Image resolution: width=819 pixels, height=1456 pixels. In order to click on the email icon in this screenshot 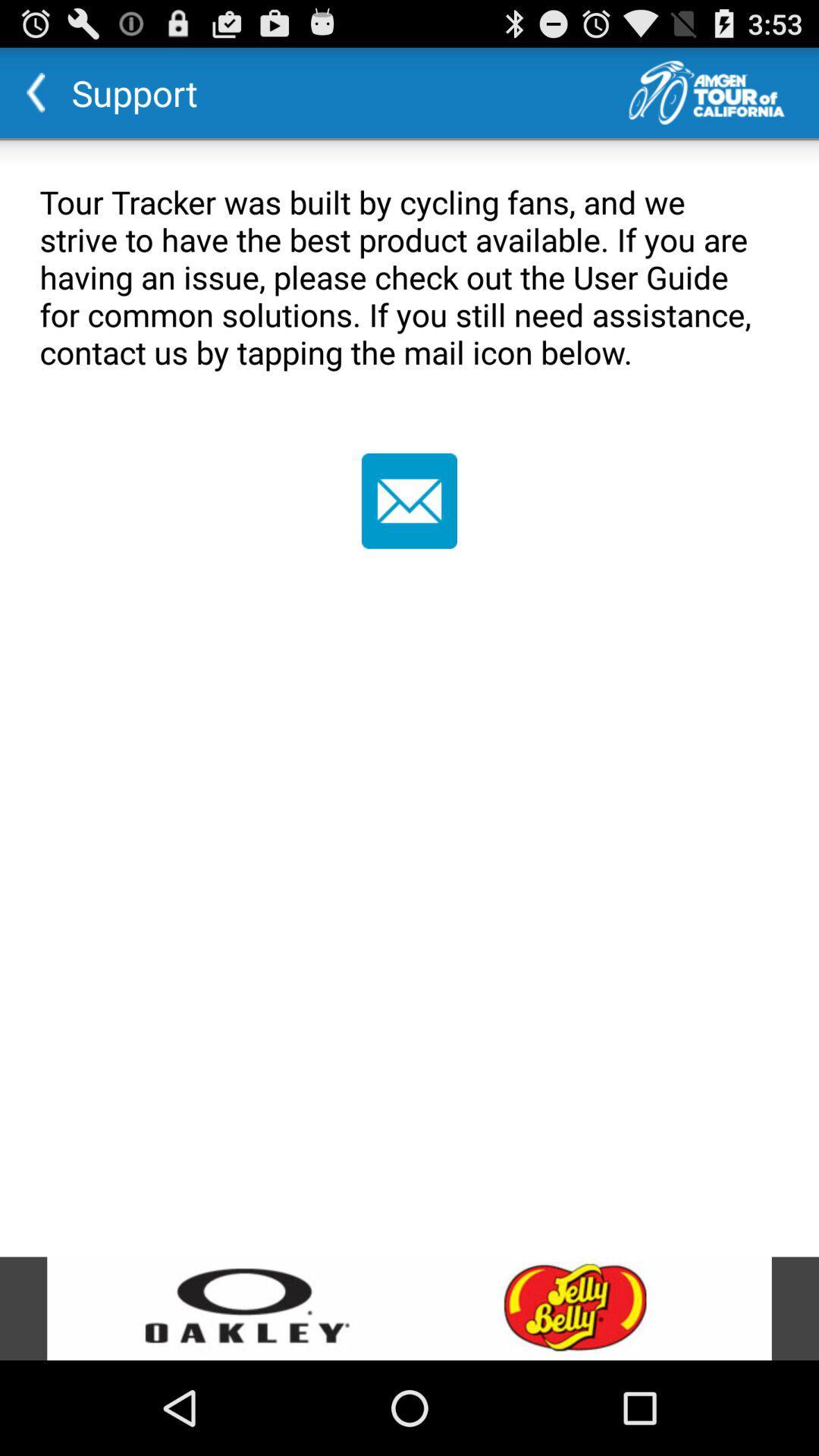, I will do `click(409, 536)`.